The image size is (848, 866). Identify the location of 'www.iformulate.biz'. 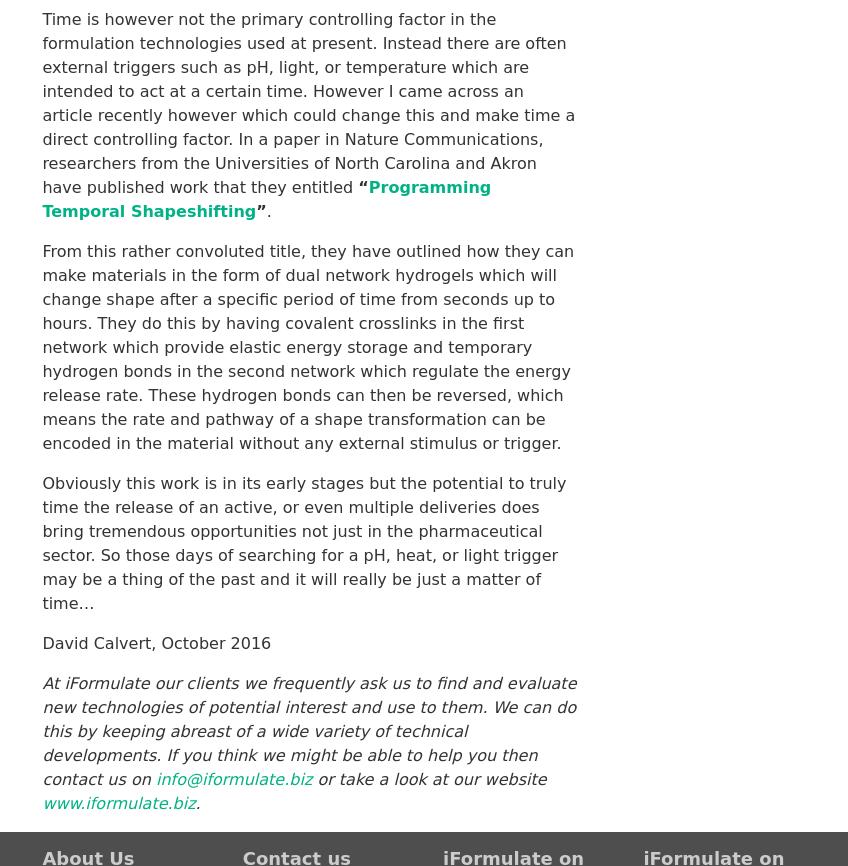
(117, 801).